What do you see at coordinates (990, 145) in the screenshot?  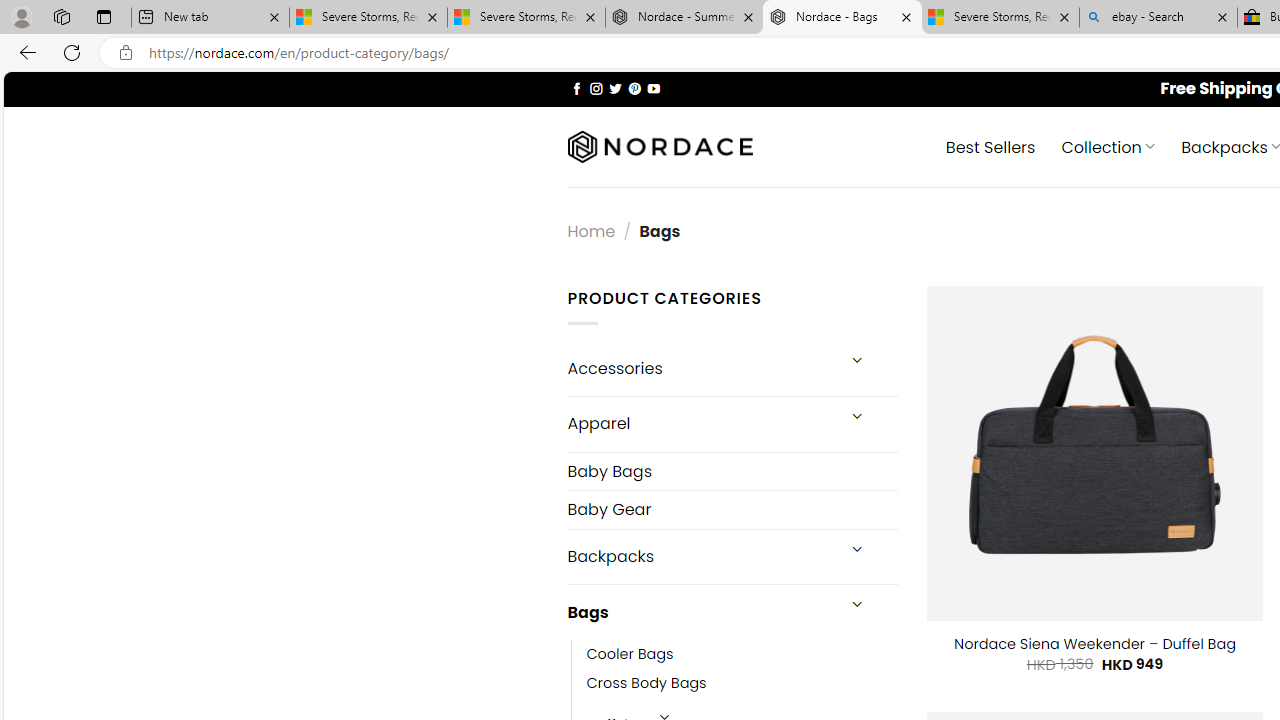 I see `'  Best Sellers'` at bounding box center [990, 145].